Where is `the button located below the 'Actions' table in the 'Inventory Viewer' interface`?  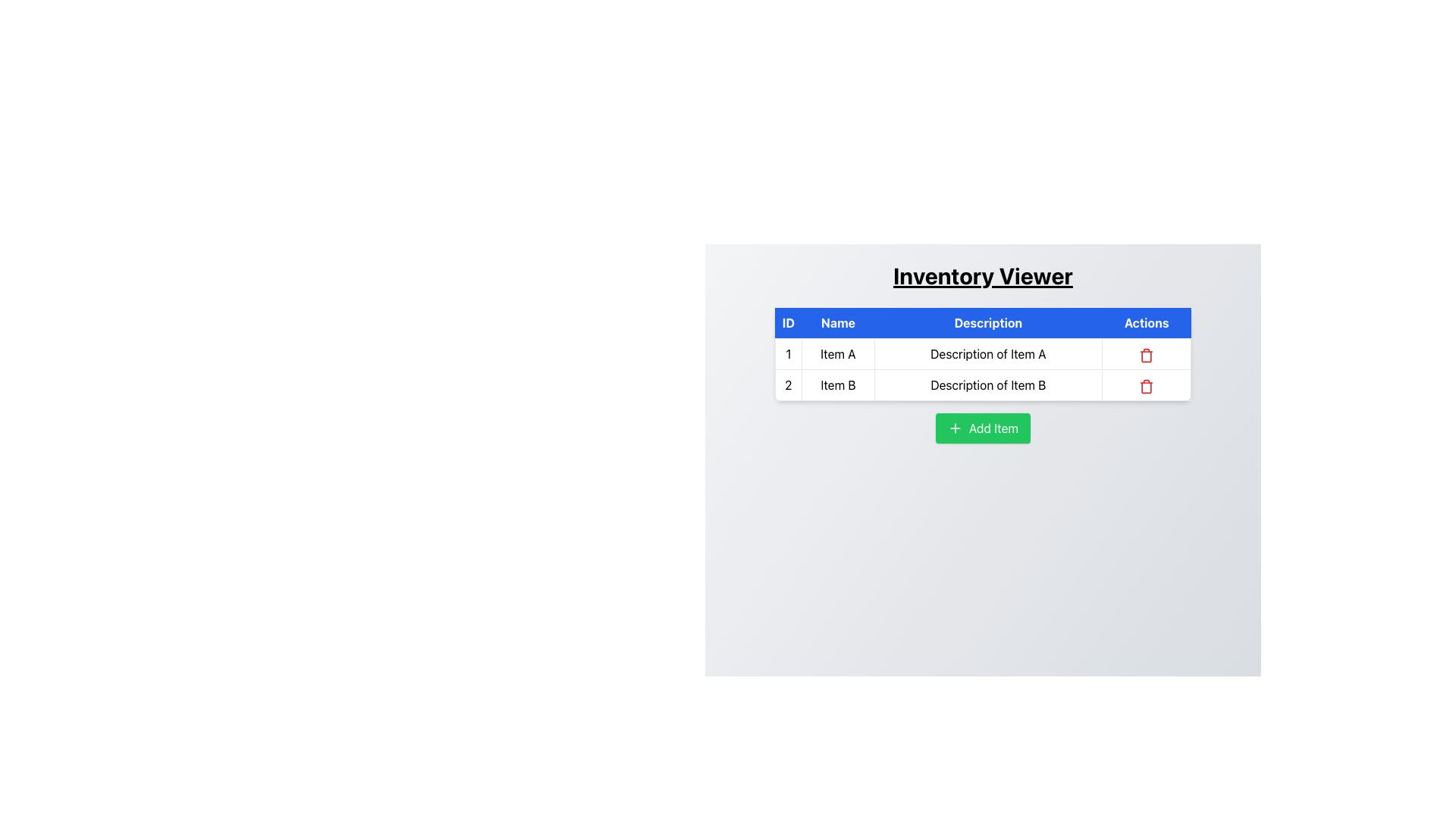 the button located below the 'Actions' table in the 'Inventory Viewer' interface is located at coordinates (983, 428).